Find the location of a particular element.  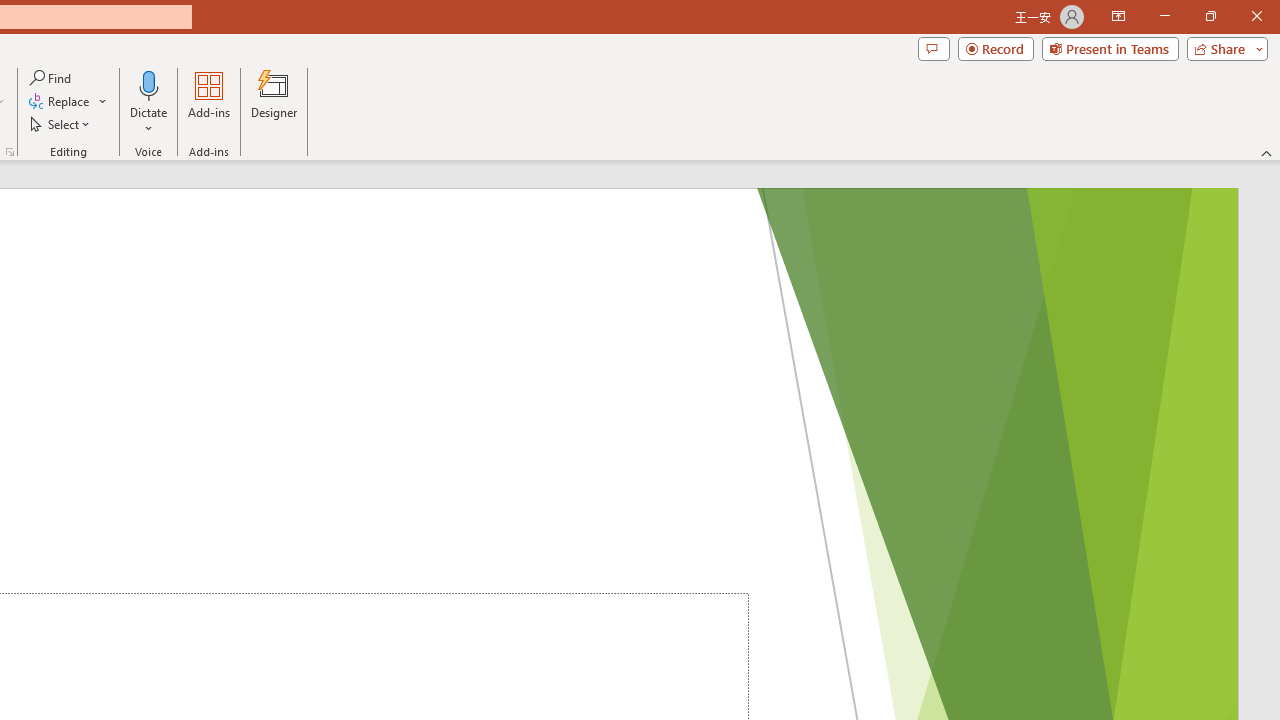

'Select' is located at coordinates (61, 124).